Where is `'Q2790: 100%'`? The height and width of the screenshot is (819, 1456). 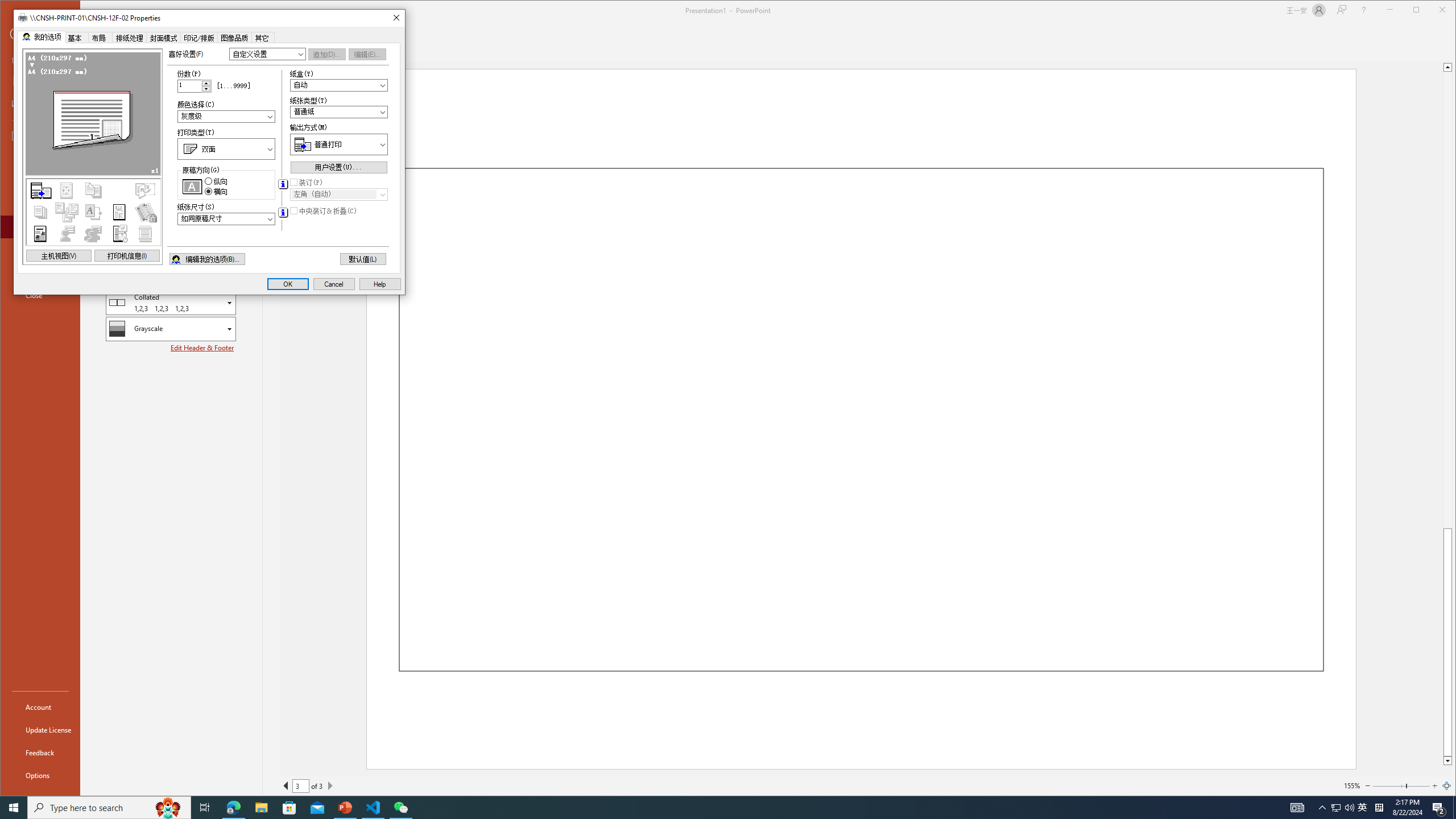
'Q2790: 100%' is located at coordinates (1349, 806).